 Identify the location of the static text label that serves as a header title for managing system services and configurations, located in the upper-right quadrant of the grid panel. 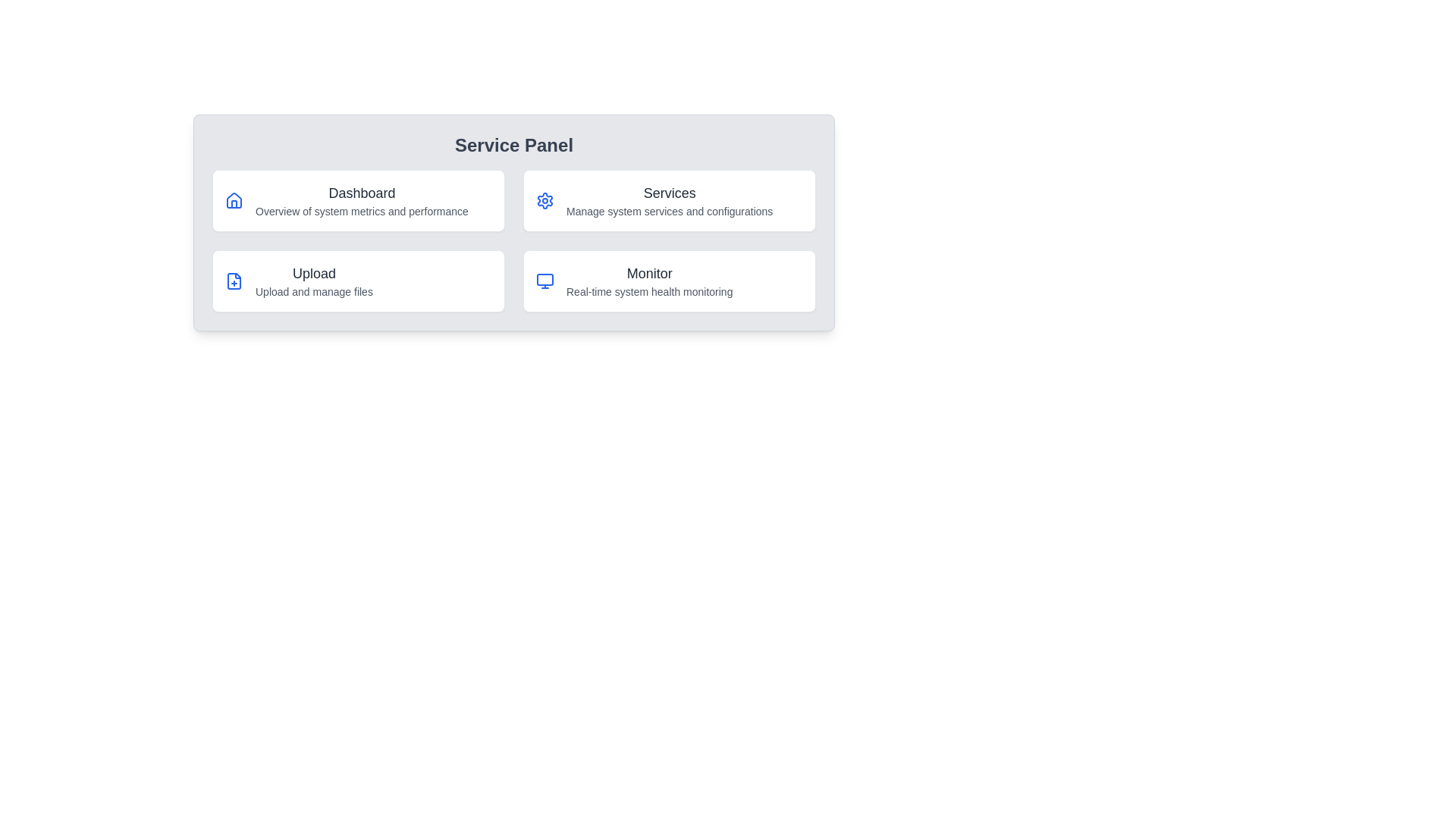
(669, 192).